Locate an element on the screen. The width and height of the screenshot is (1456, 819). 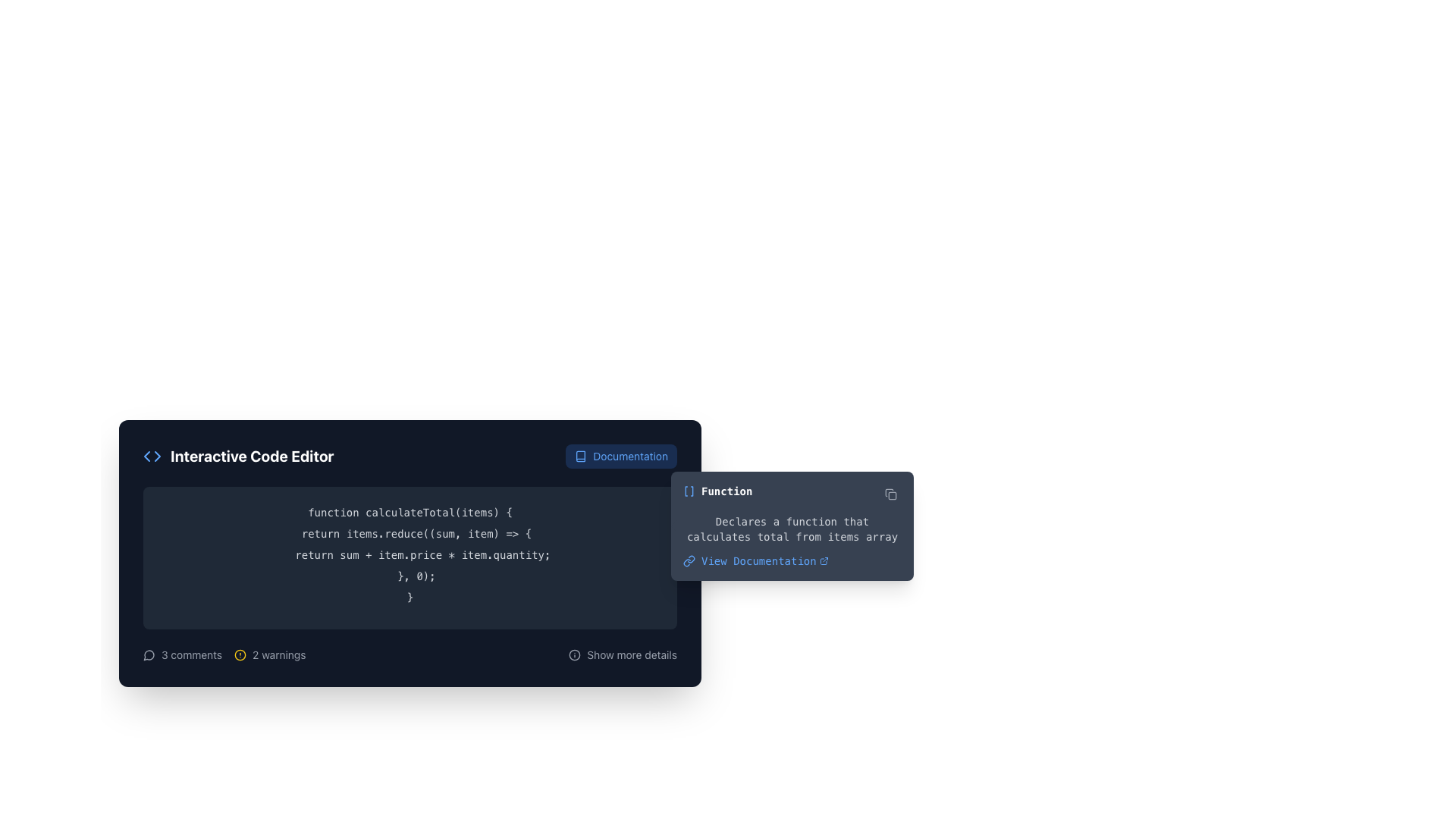
the copy action icon located within a small, interactive button near the bottom-right of the interface is located at coordinates (891, 494).